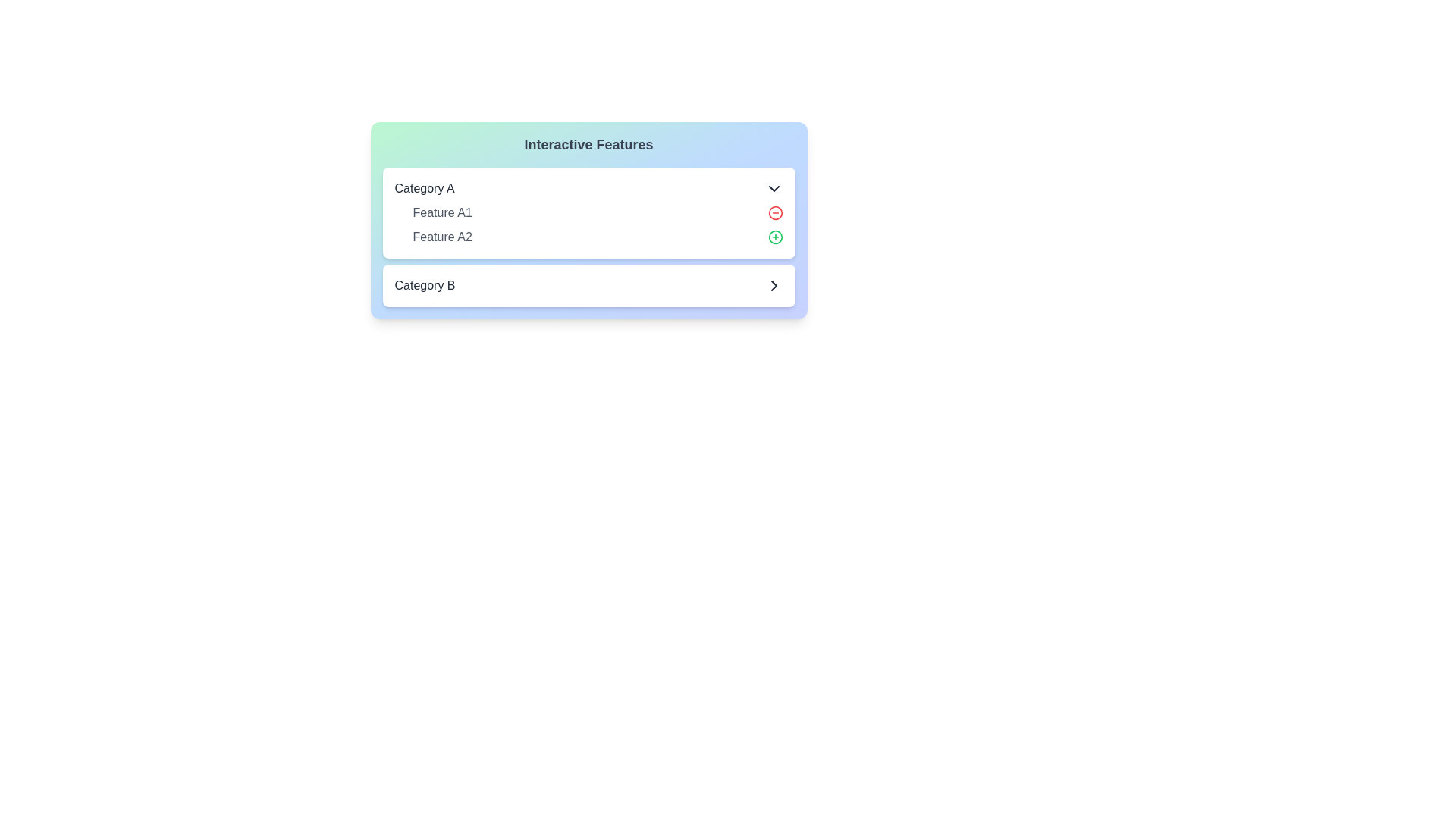  Describe the element at coordinates (773, 286) in the screenshot. I see `the Chevron Icon` at that location.